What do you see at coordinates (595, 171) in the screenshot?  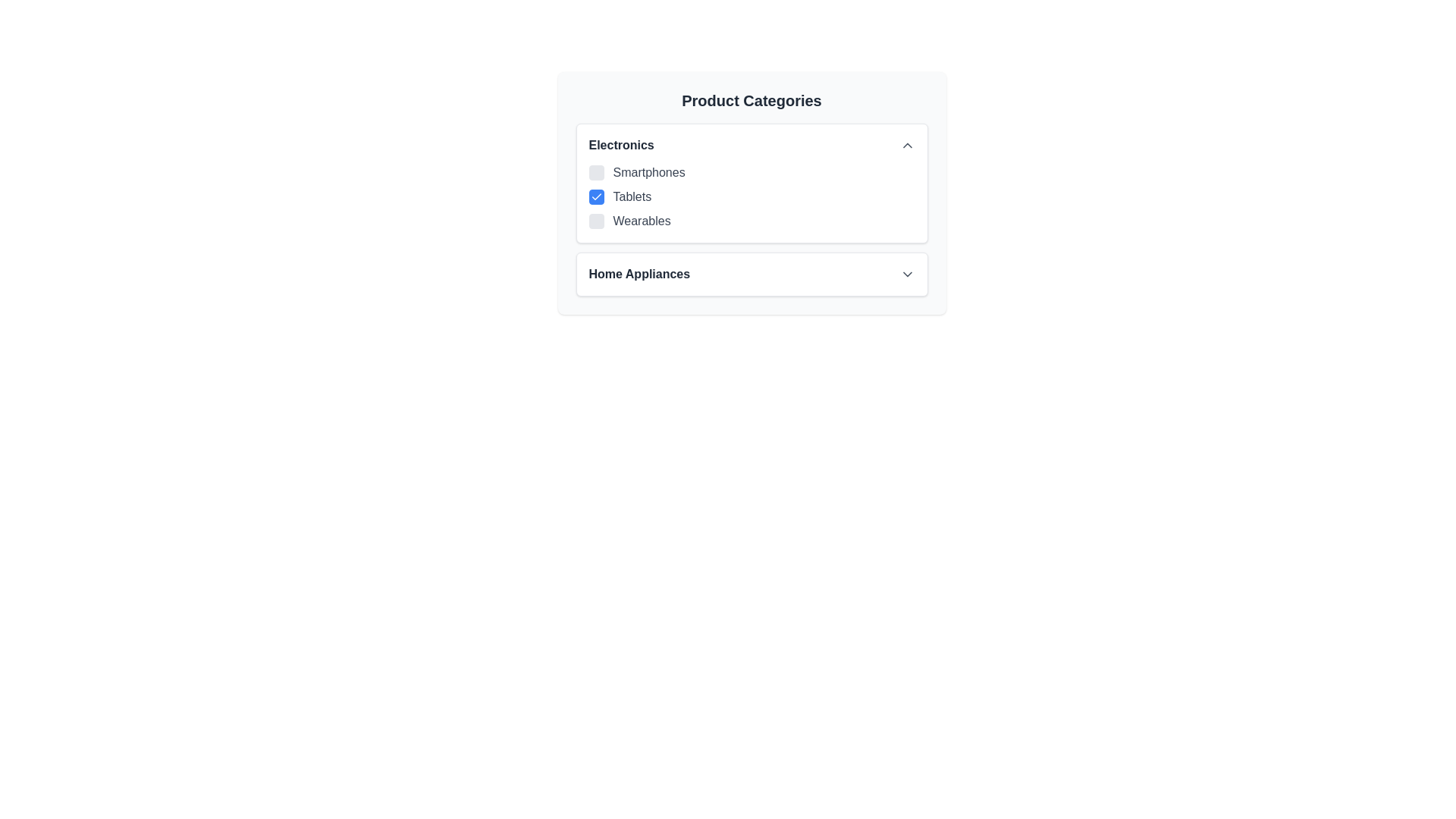 I see `the checkbox for the 'Smartphones' option in the 'Electronics' category` at bounding box center [595, 171].